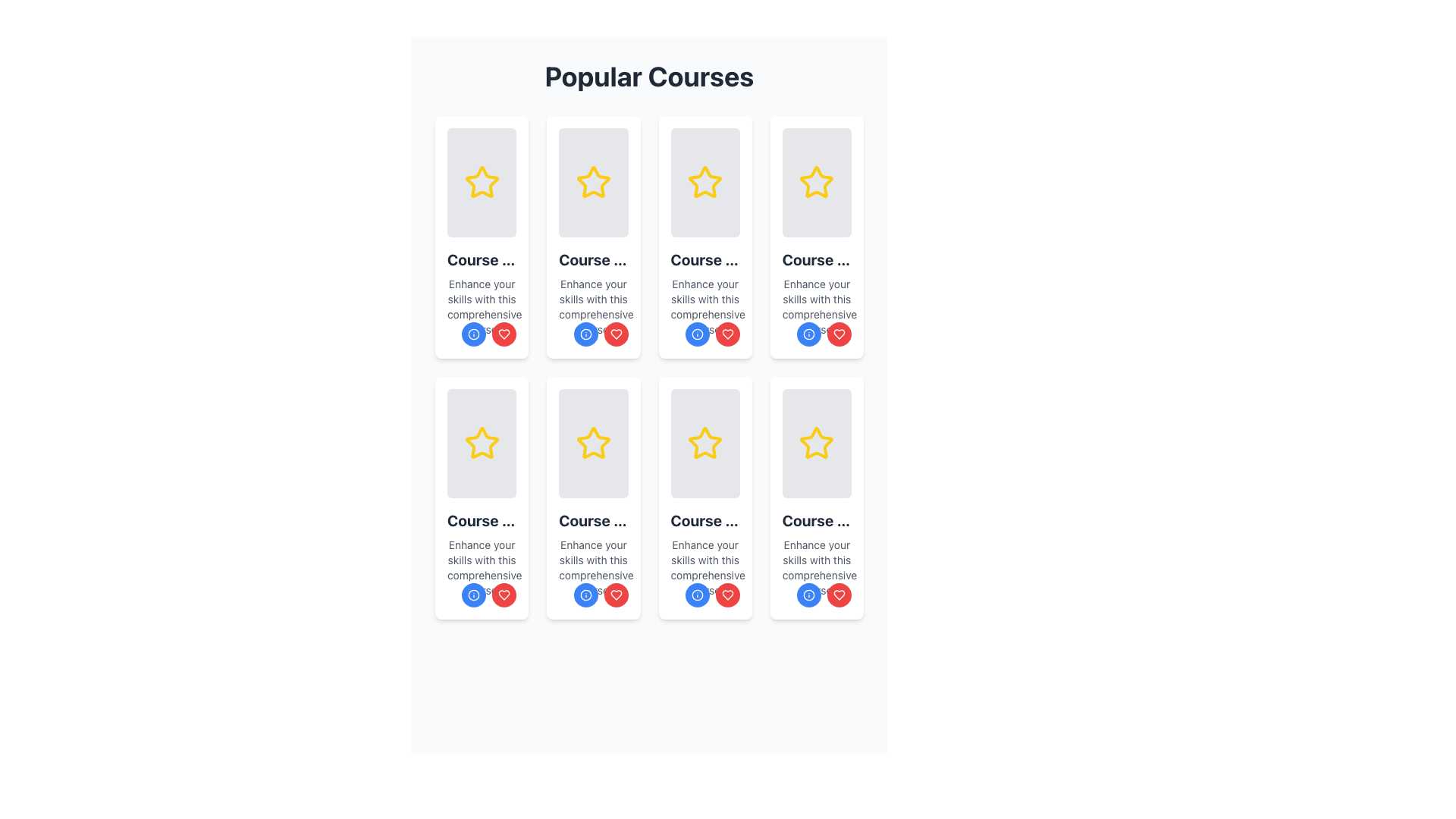 This screenshot has width=1456, height=819. I want to click on the 'like' or 'add to favorites' button located at the right side of the pair, adjacent to another blue circular button, within the bottom section of a course card to see if options are available, so click(504, 333).